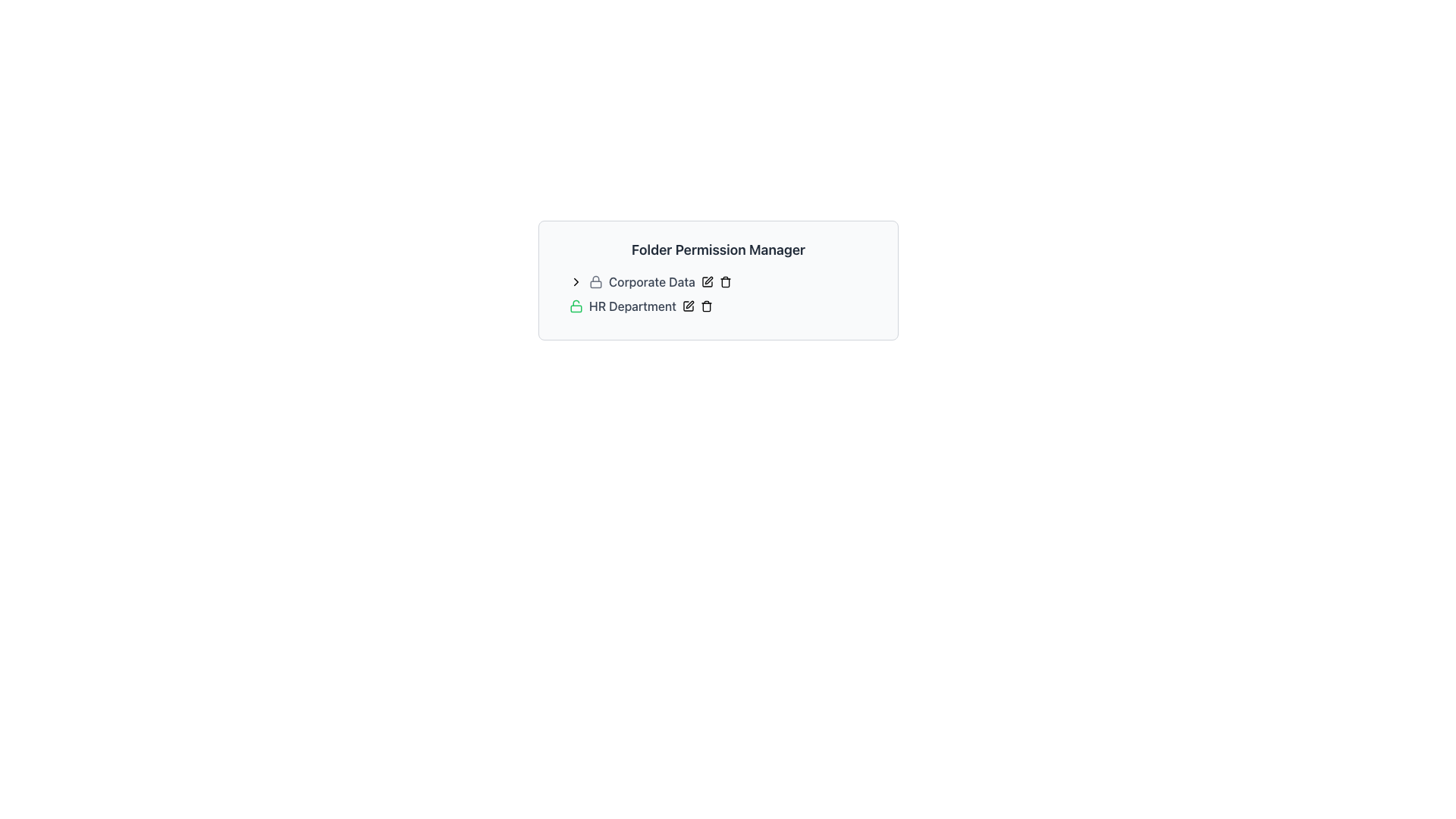  I want to click on the icon button representing editing or selection functionality located to the right of the 'HR Department' label, before the trash can icon, so click(687, 306).